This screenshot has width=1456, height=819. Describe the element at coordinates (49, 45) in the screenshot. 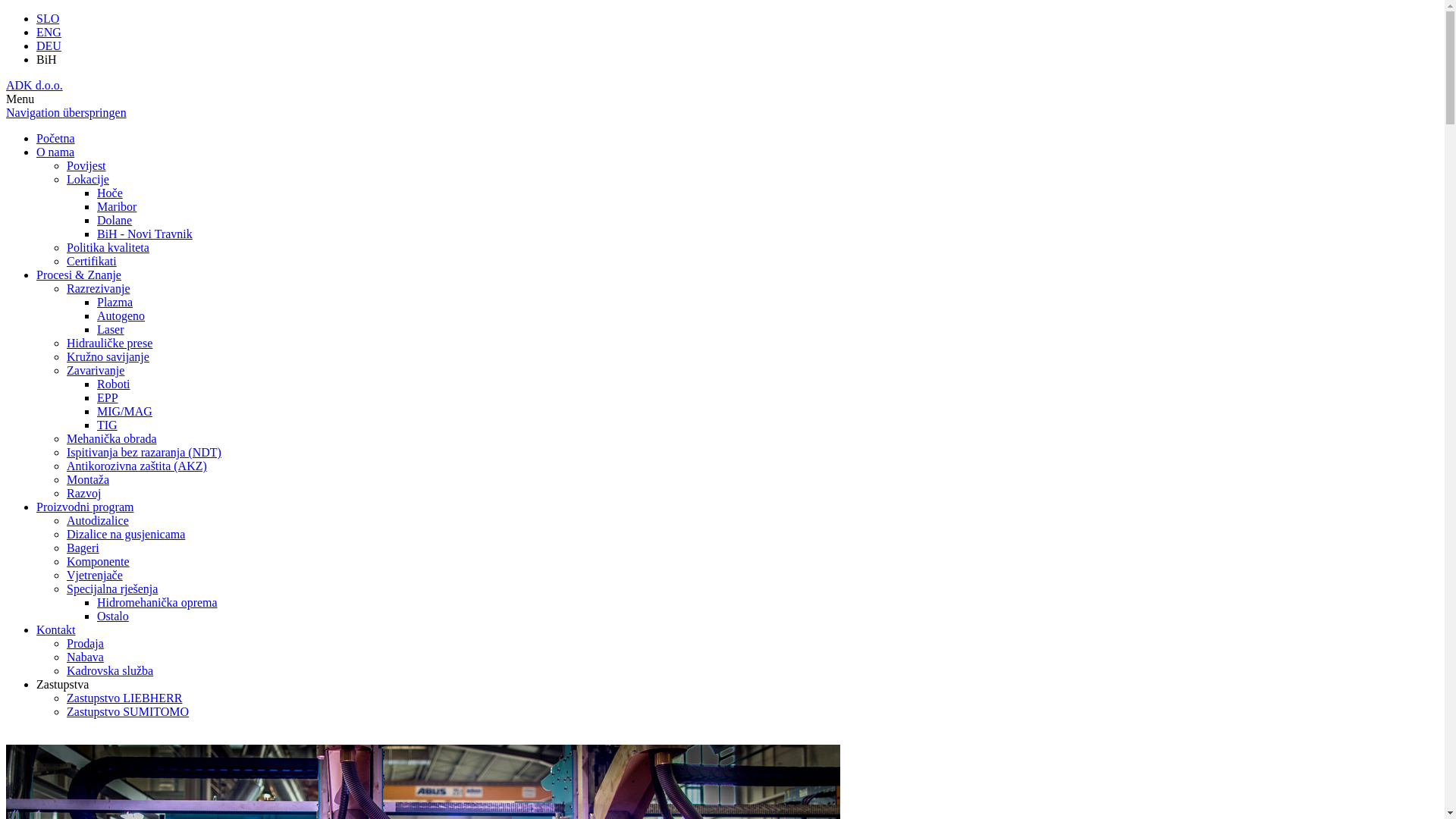

I see `'DEU'` at that location.